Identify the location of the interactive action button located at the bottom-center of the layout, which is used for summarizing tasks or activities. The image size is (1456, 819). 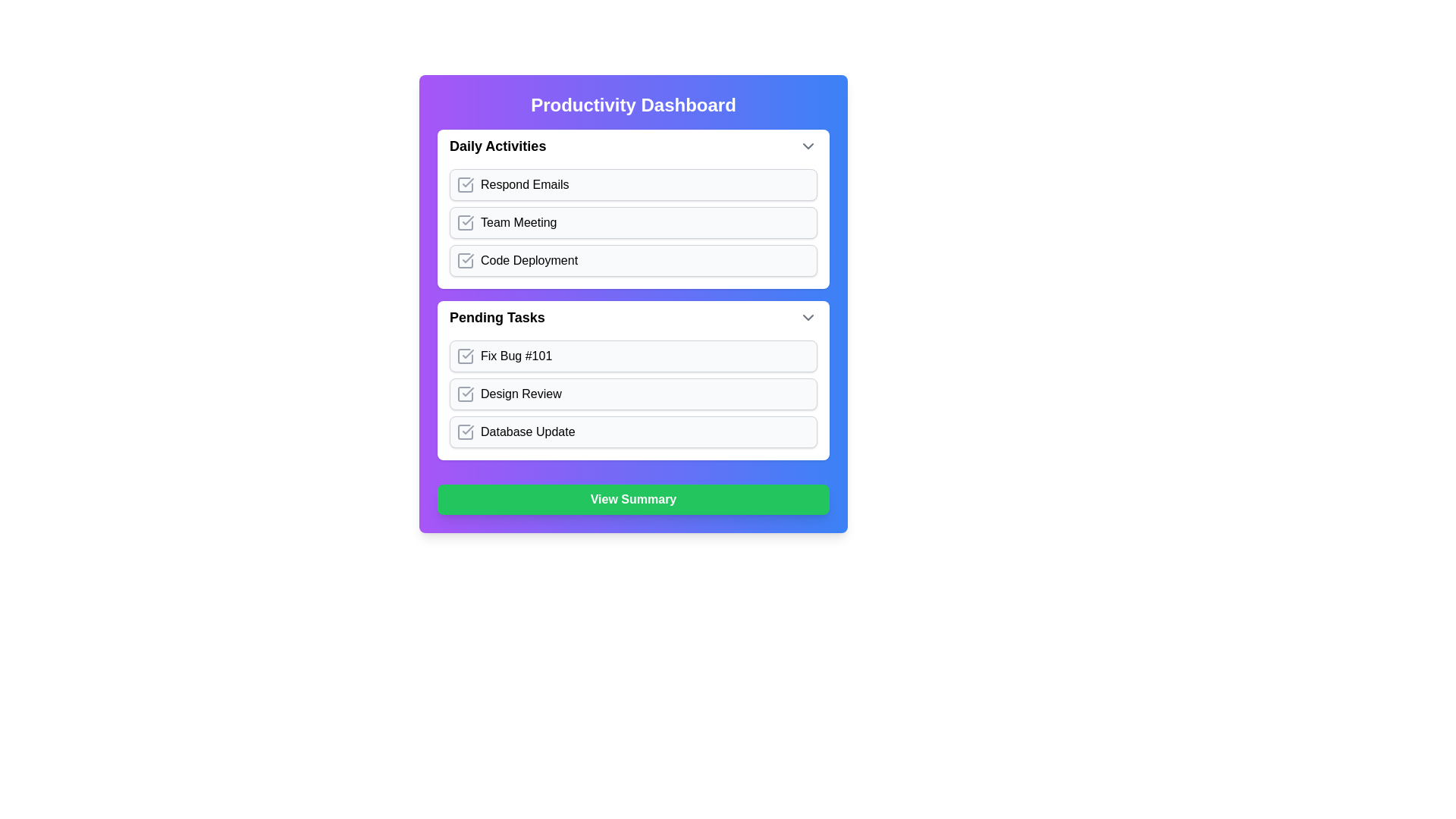
(633, 500).